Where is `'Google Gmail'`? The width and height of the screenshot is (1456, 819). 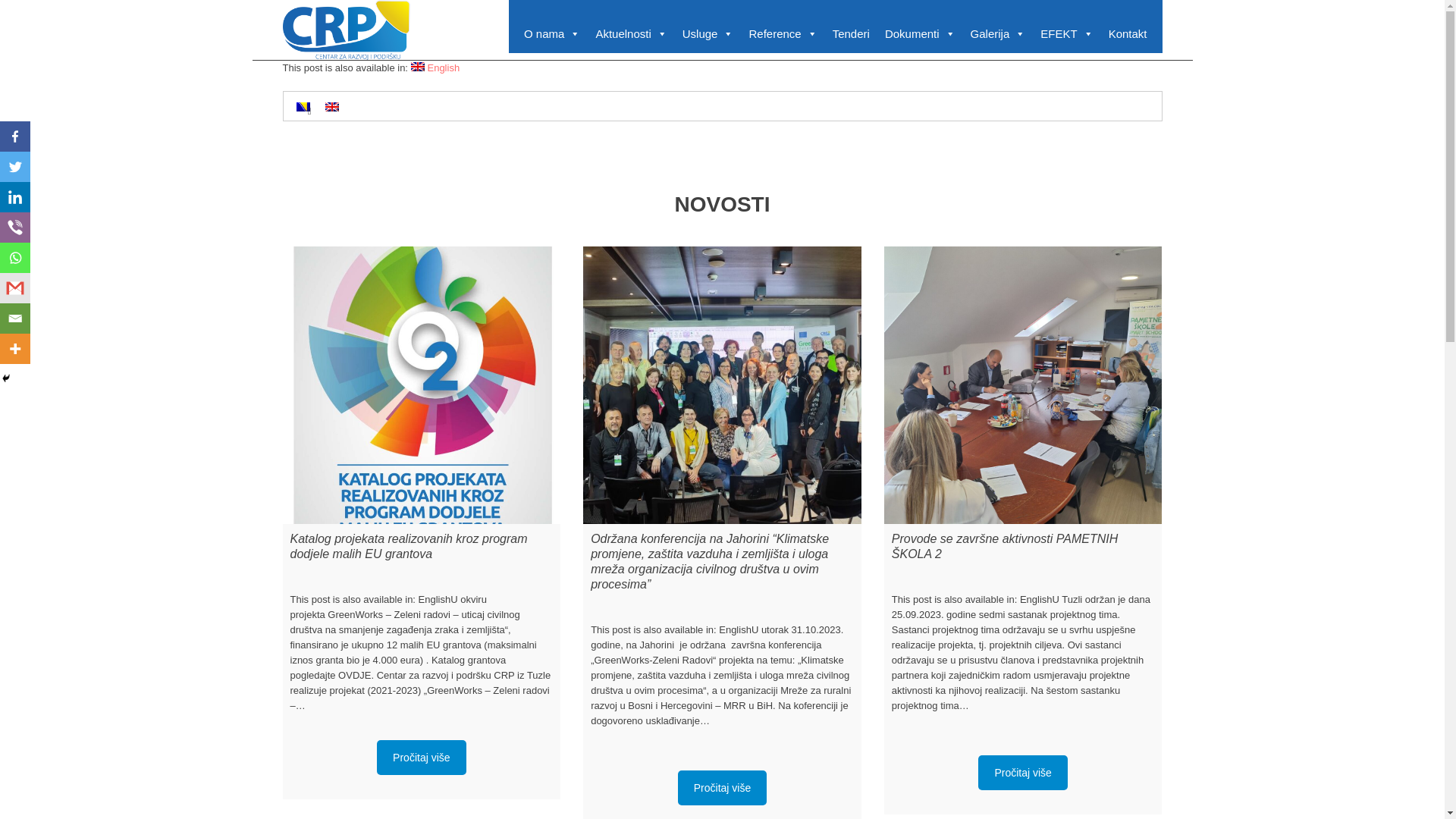 'Google Gmail' is located at coordinates (14, 288).